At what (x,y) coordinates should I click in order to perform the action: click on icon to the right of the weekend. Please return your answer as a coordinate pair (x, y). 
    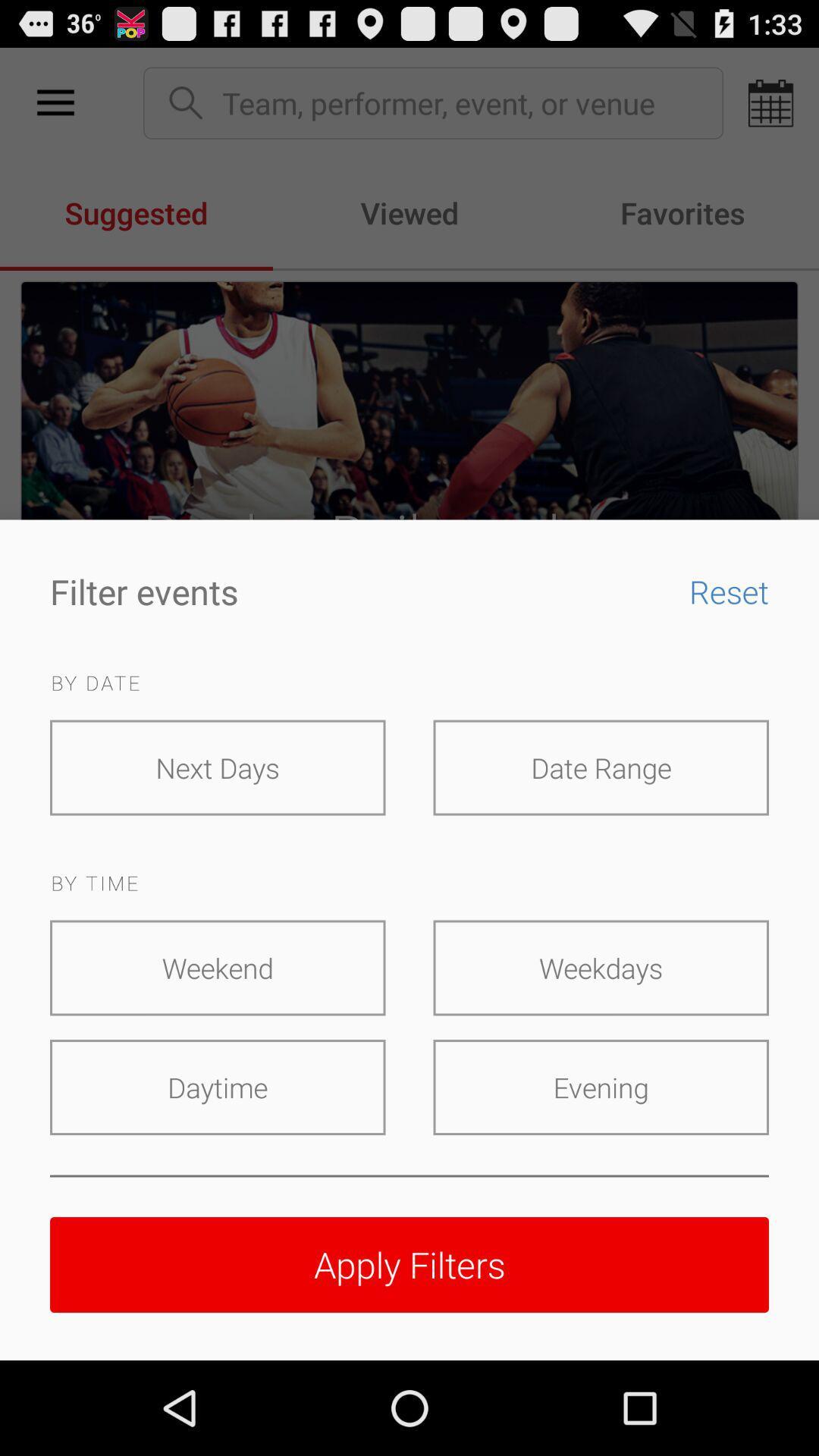
    Looking at the image, I should click on (600, 967).